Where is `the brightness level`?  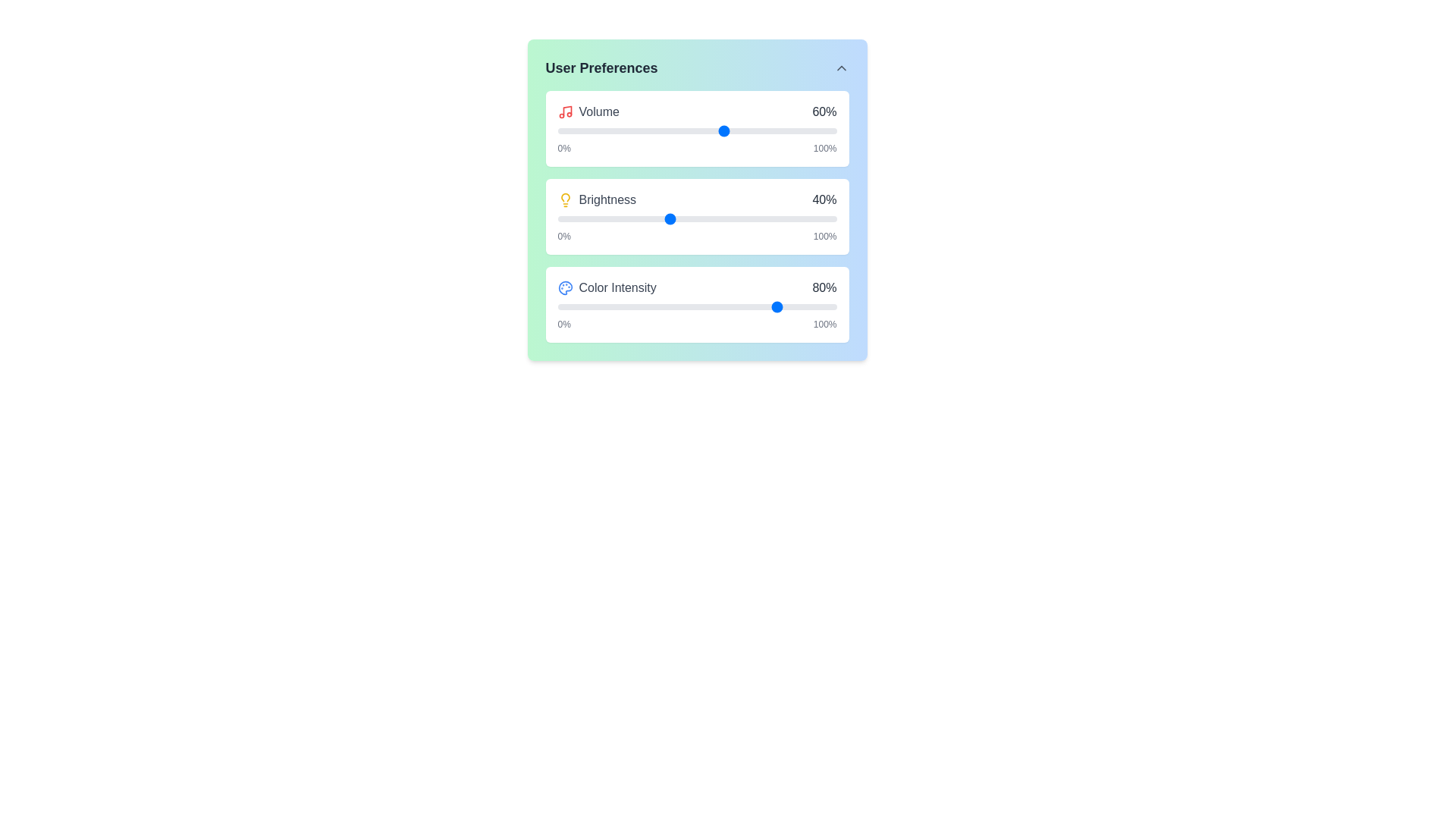 the brightness level is located at coordinates (610, 219).